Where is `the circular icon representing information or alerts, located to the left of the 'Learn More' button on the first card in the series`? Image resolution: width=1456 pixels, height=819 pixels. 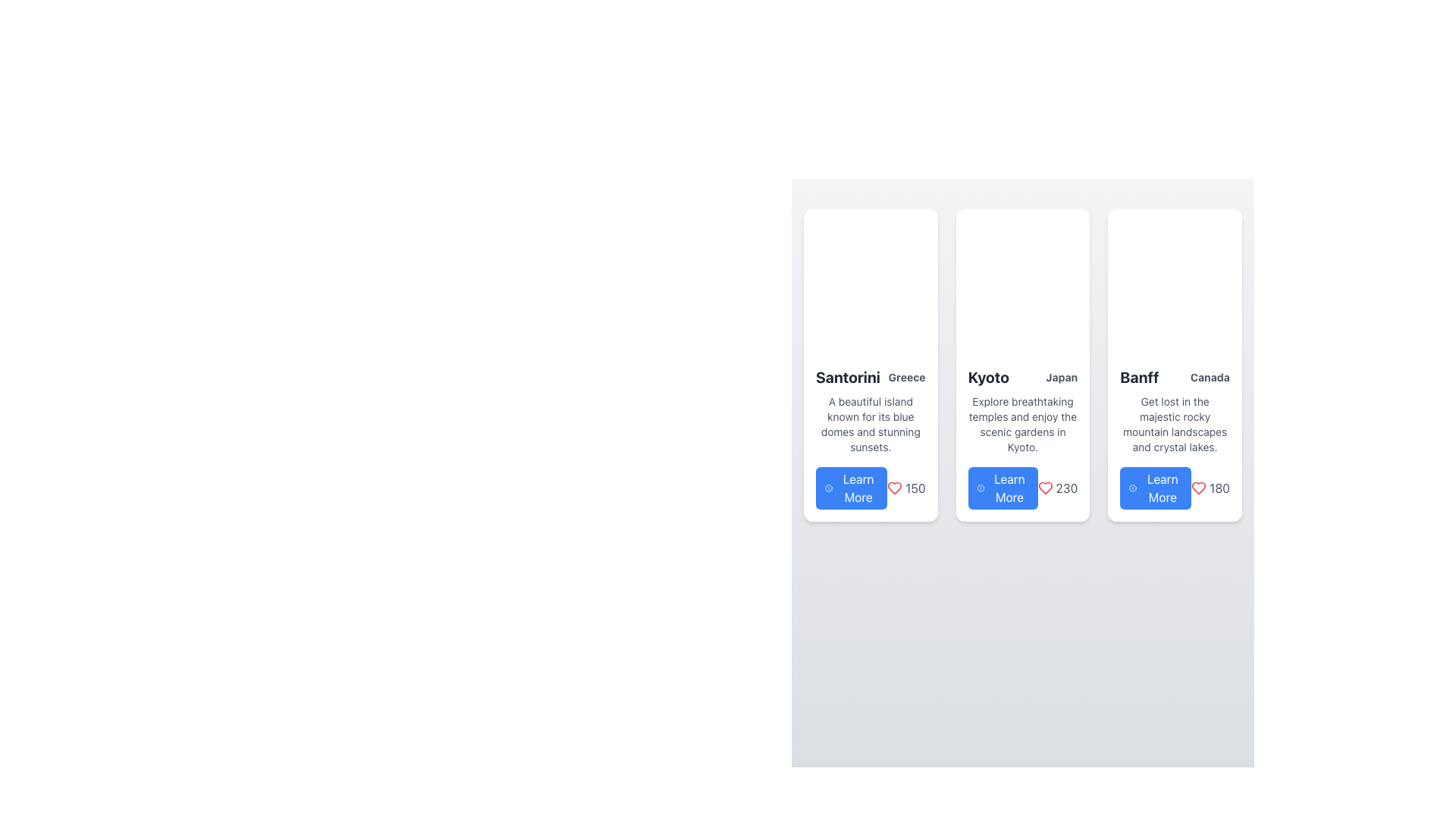
the circular icon representing information or alerts, located to the left of the 'Learn More' button on the first card in the series is located at coordinates (828, 488).